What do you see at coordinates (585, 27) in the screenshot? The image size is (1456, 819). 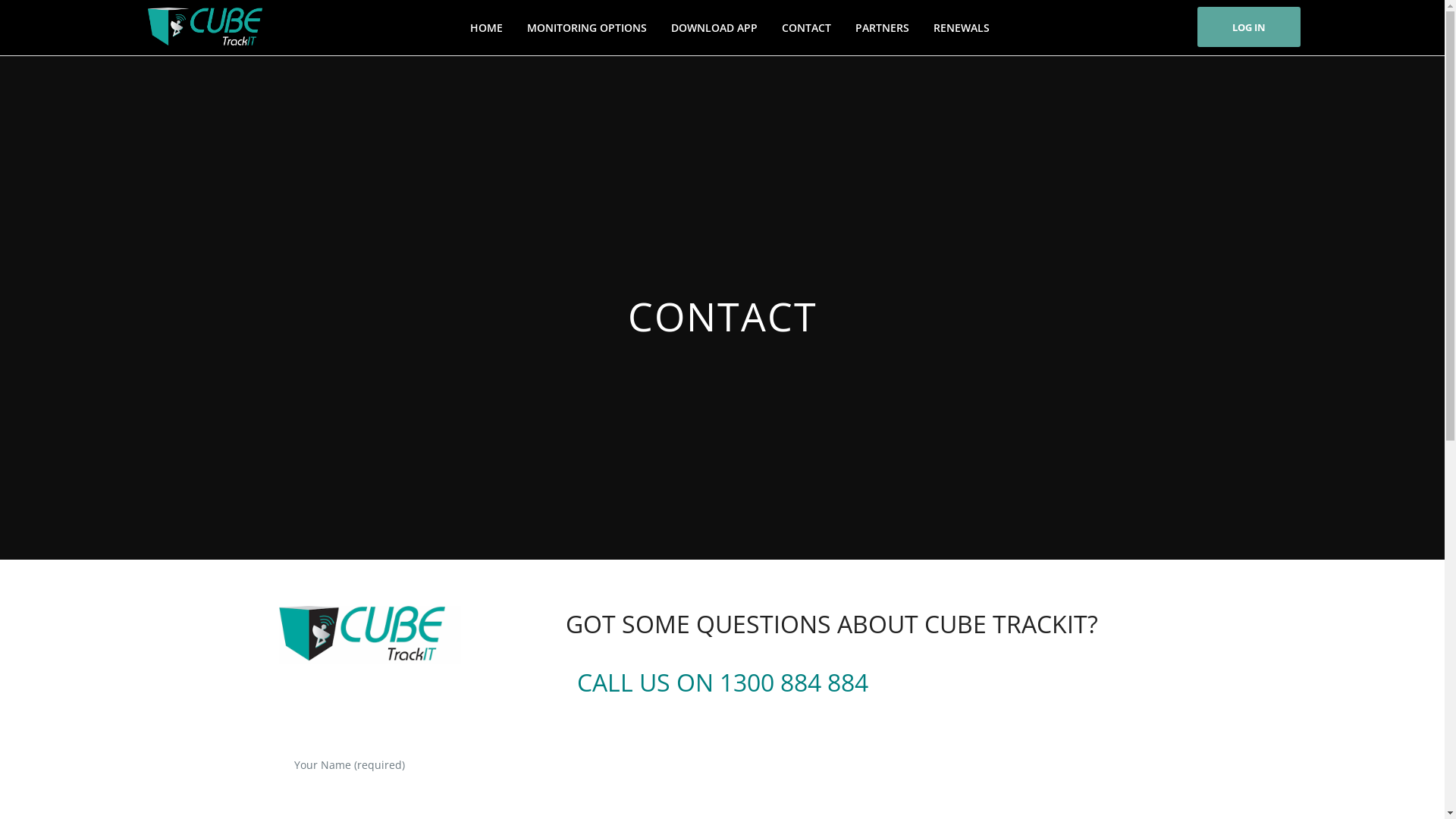 I see `'MONITORING OPTIONS'` at bounding box center [585, 27].